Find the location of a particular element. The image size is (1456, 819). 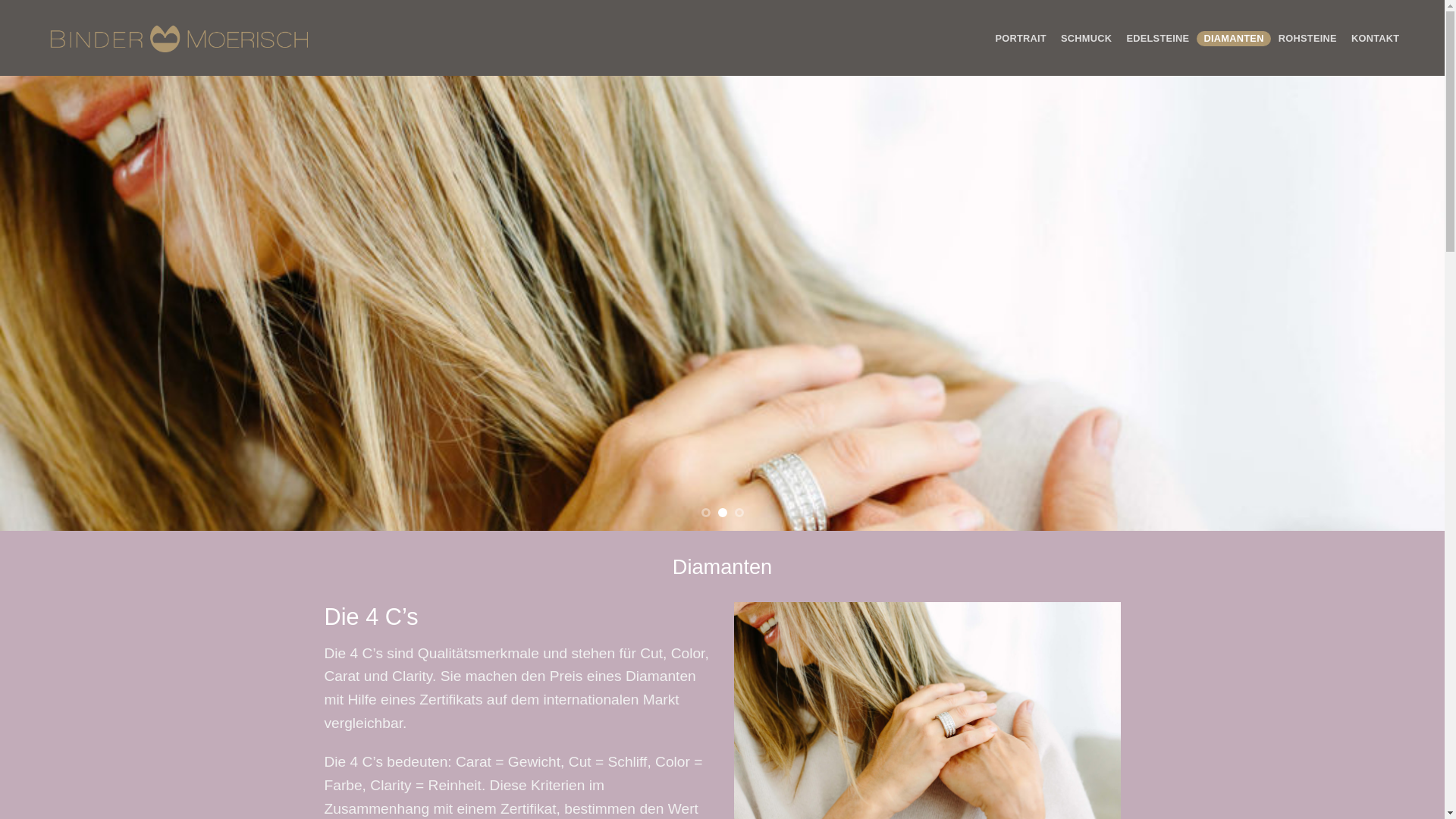

'SCHMUCK' is located at coordinates (1084, 37).